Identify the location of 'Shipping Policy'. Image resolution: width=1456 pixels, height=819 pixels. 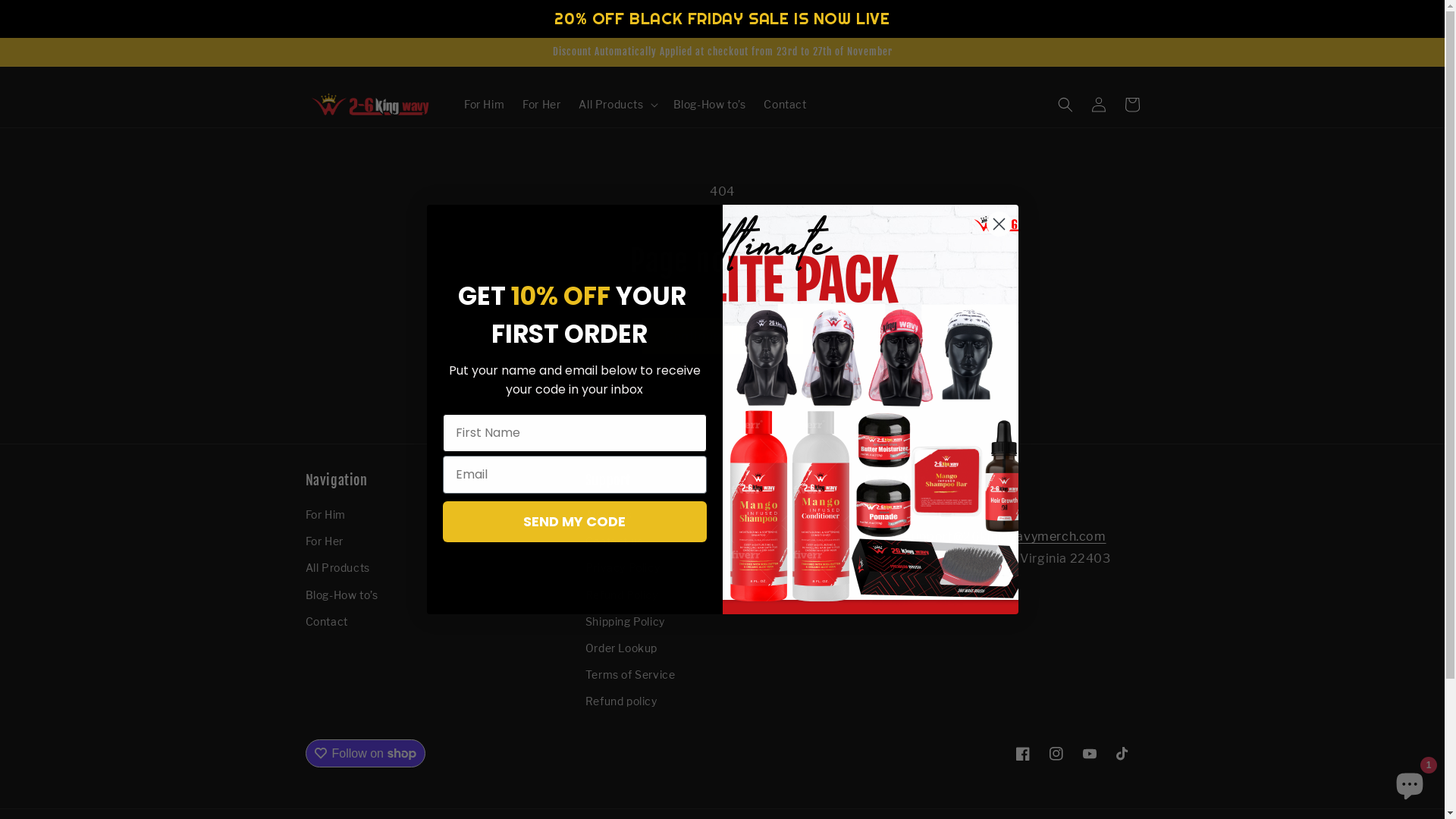
(625, 621).